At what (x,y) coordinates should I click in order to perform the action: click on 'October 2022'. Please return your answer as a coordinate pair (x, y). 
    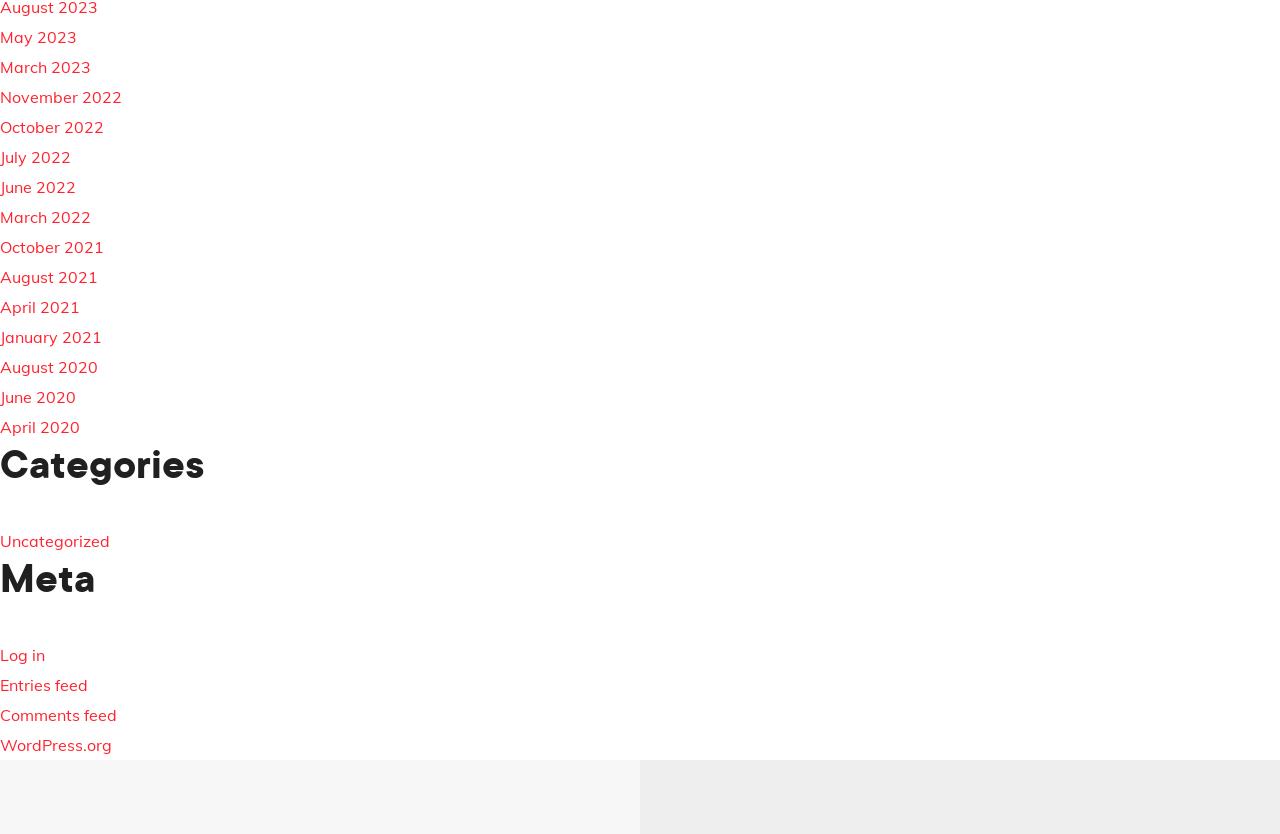
    Looking at the image, I should click on (51, 126).